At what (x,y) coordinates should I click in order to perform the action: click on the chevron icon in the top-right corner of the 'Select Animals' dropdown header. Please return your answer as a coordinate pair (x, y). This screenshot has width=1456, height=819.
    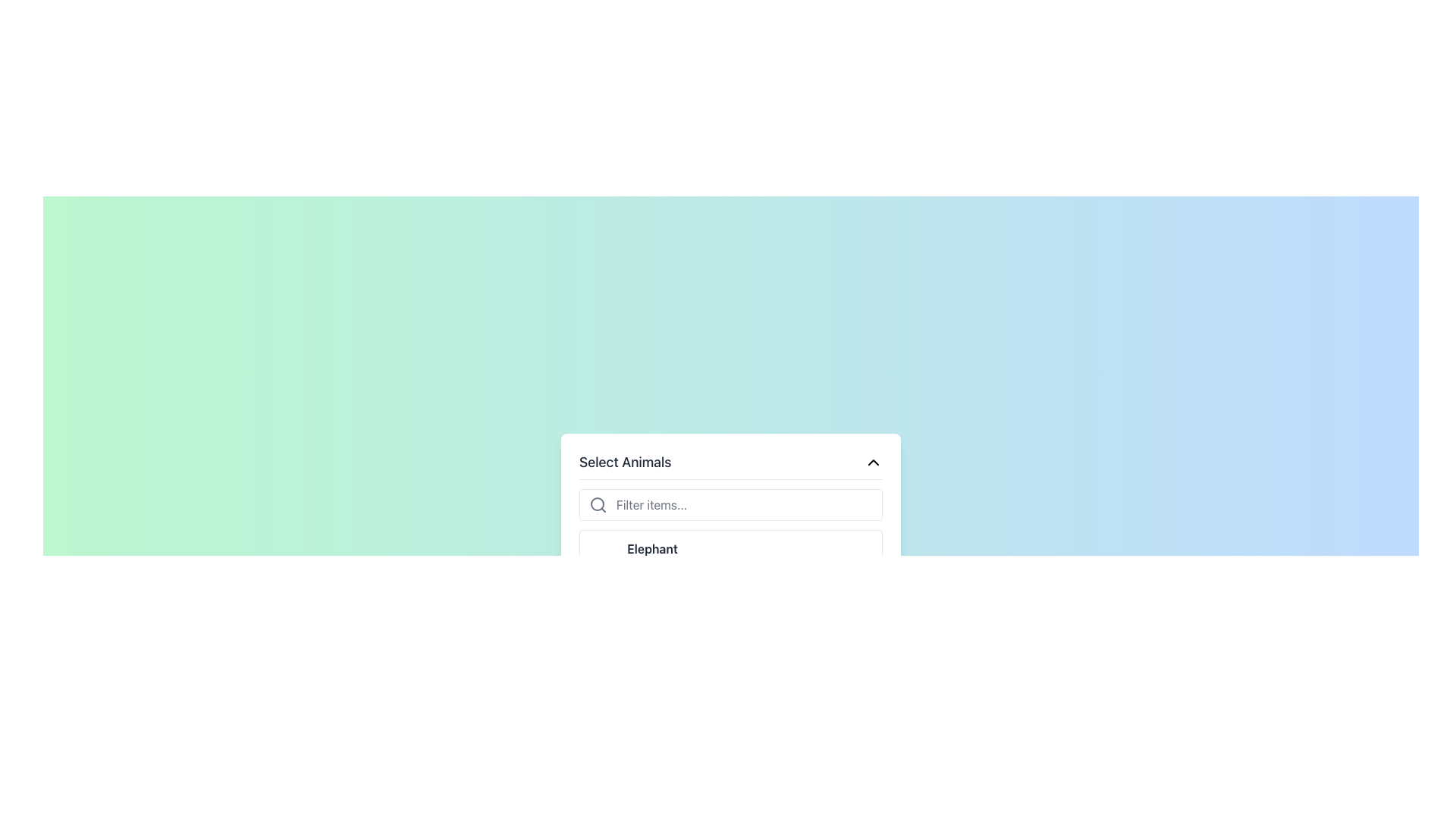
    Looking at the image, I should click on (874, 461).